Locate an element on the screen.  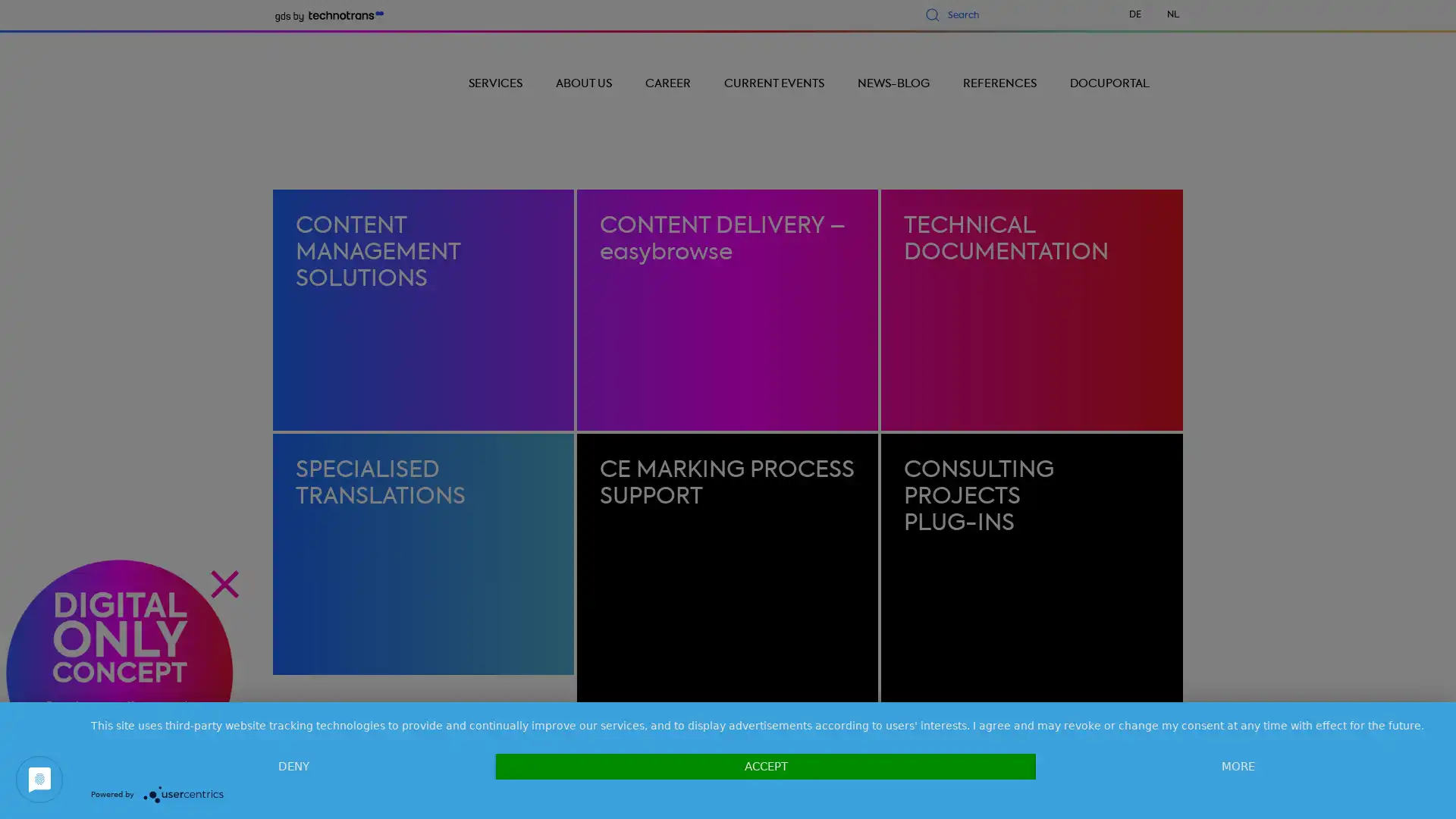
ACCEPT is located at coordinates (765, 766).